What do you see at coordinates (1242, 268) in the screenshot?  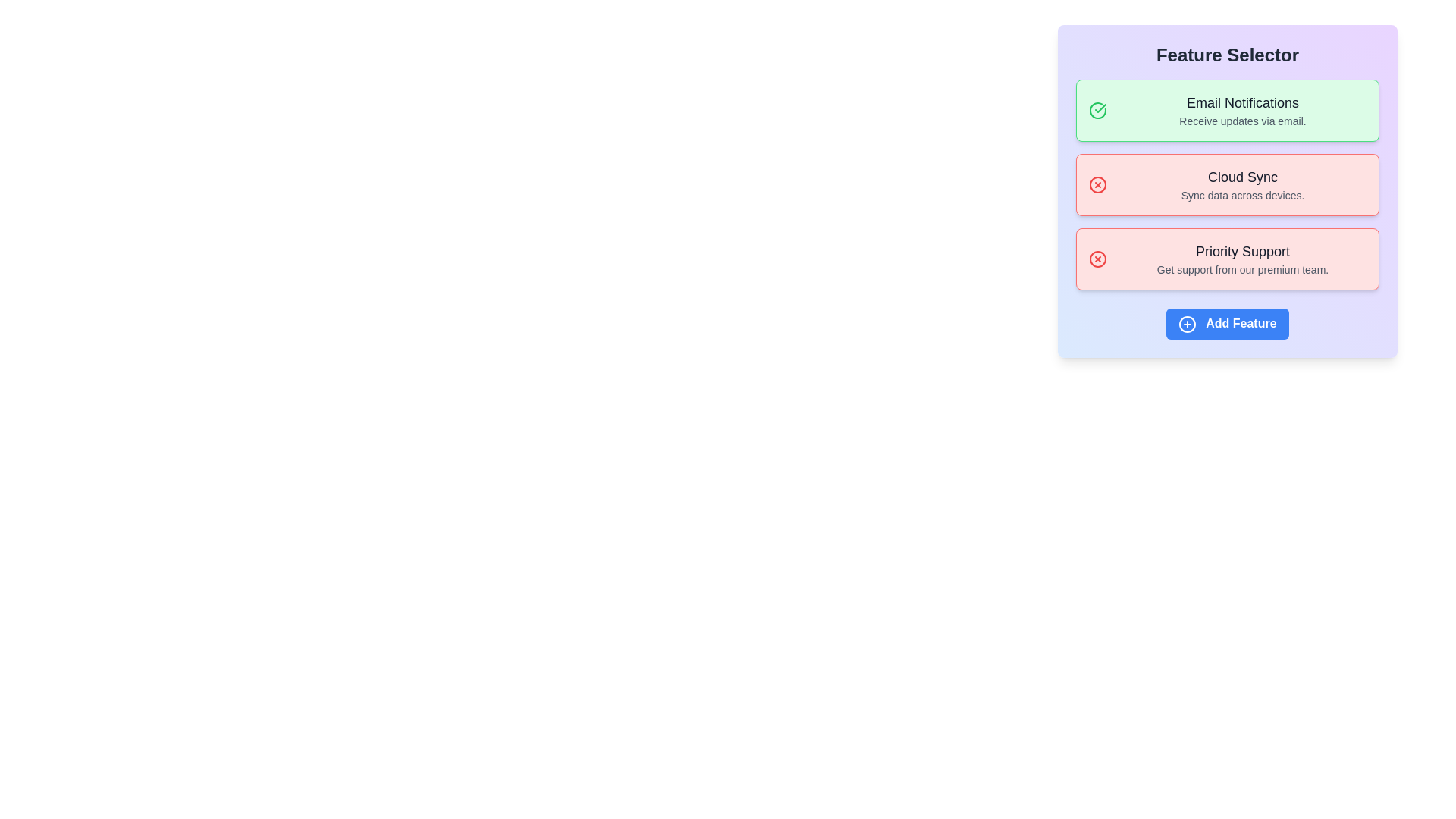 I see `the static text that reads 'Get support from our premium team.' located below the 'Priority Support' heading in the third card of the 'Feature Selector' section` at bounding box center [1242, 268].